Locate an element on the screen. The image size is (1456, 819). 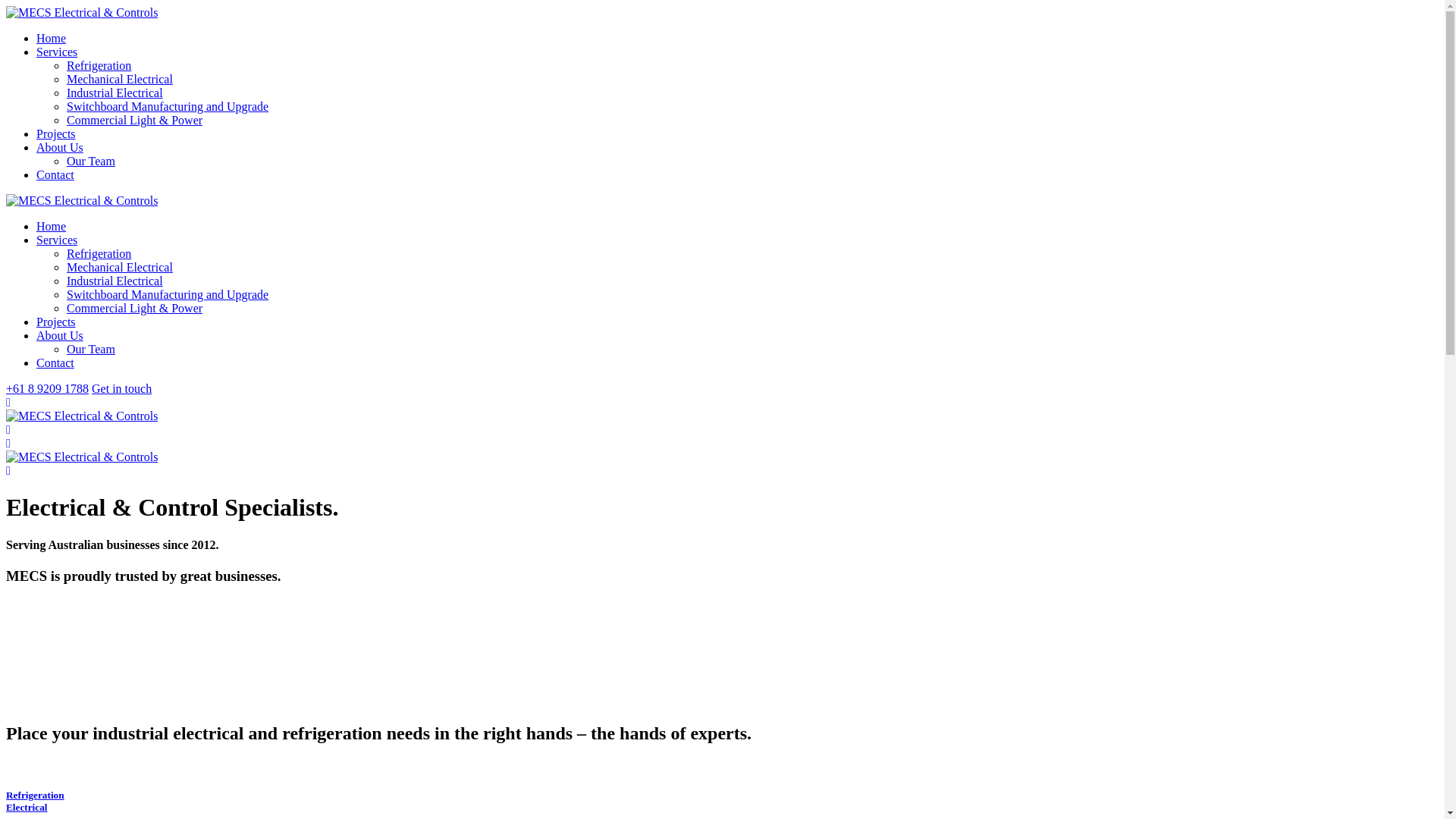
'+61 8 9209 1788' is located at coordinates (47, 388).